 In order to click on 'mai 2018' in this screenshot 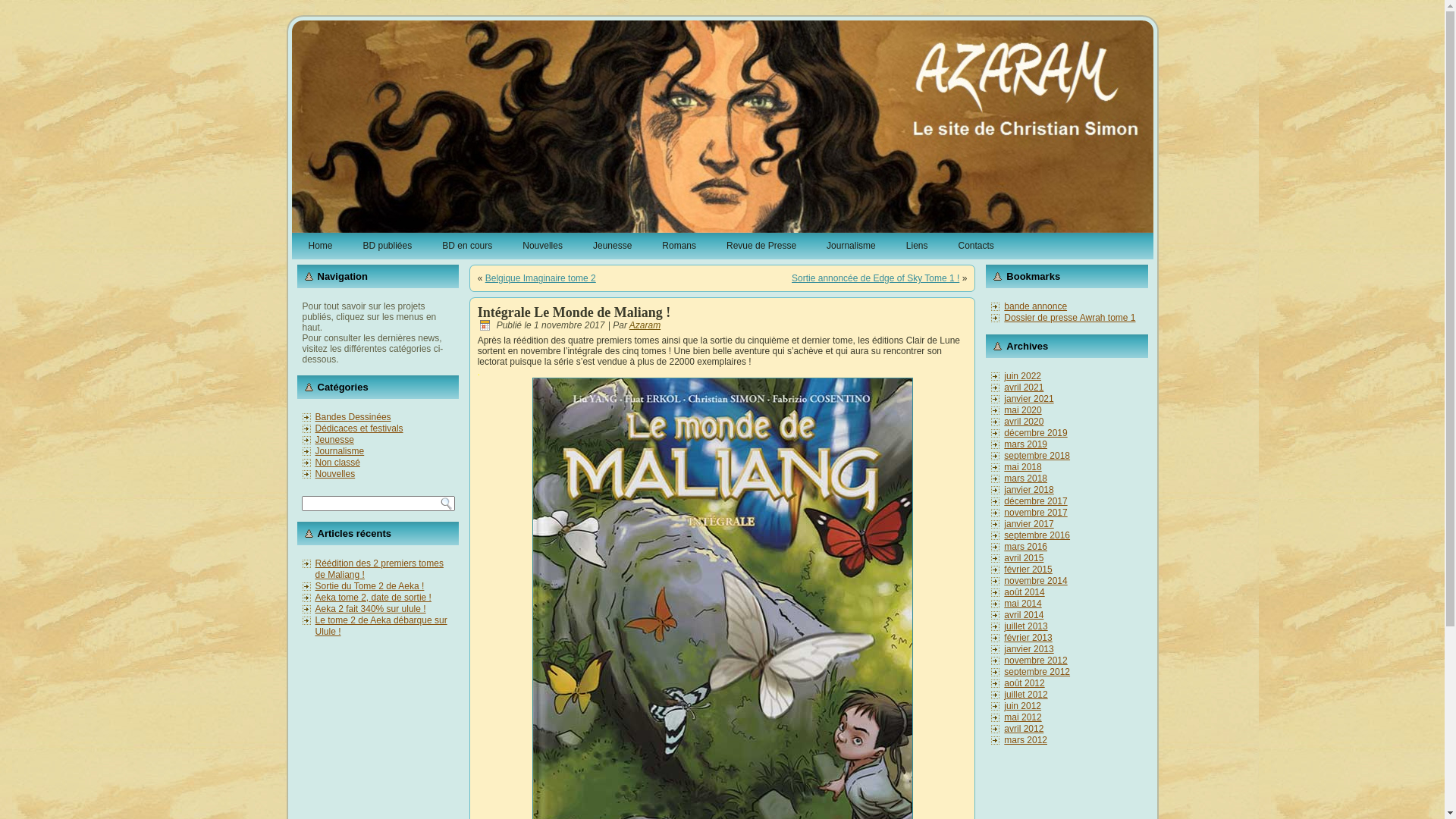, I will do `click(1022, 466)`.